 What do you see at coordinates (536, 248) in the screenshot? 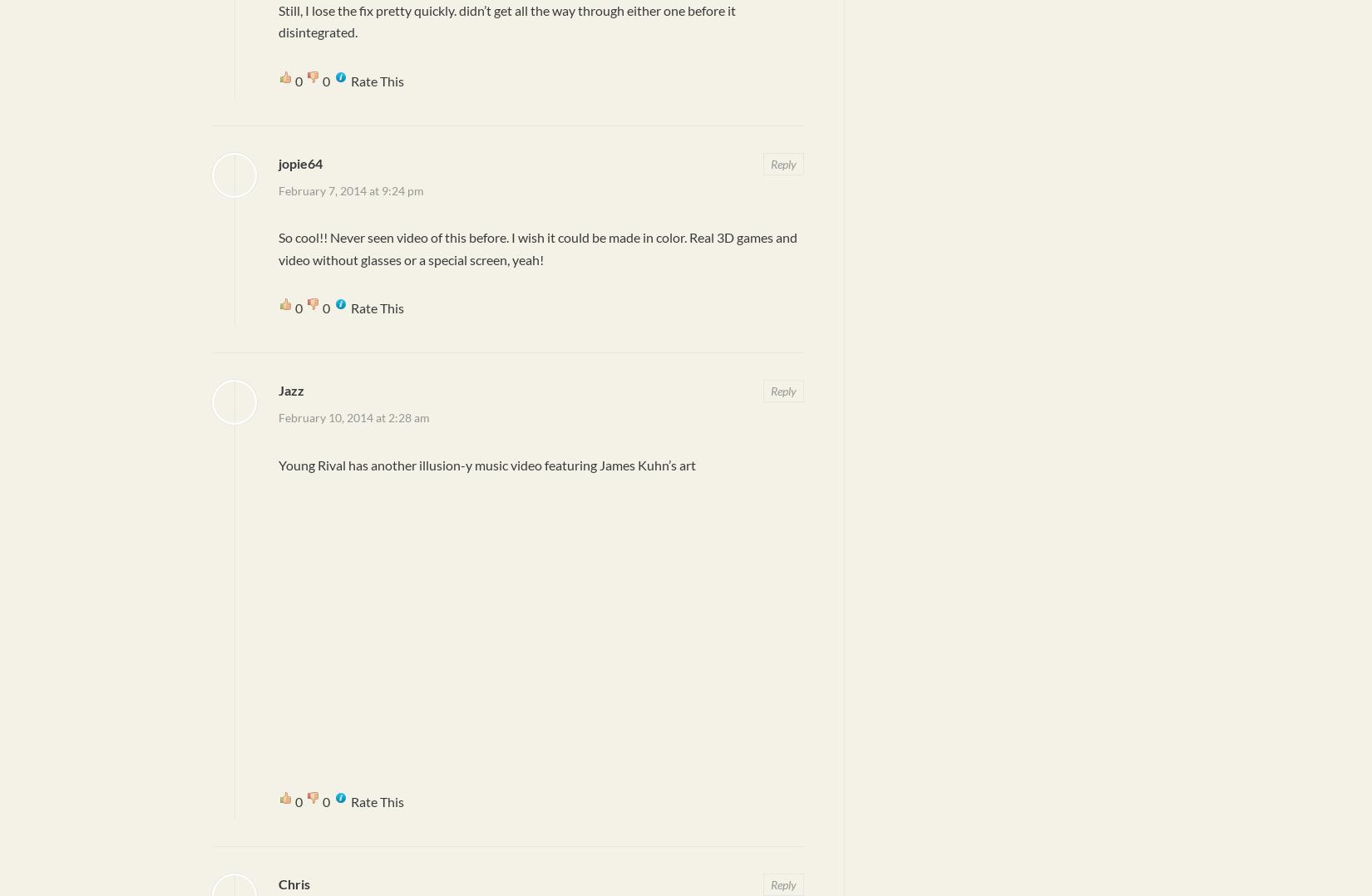
I see `'So cool!! Never seen video of this before. I wish it could be made in color. Real 3D games and video without glasses or a special screen, yeah!'` at bounding box center [536, 248].